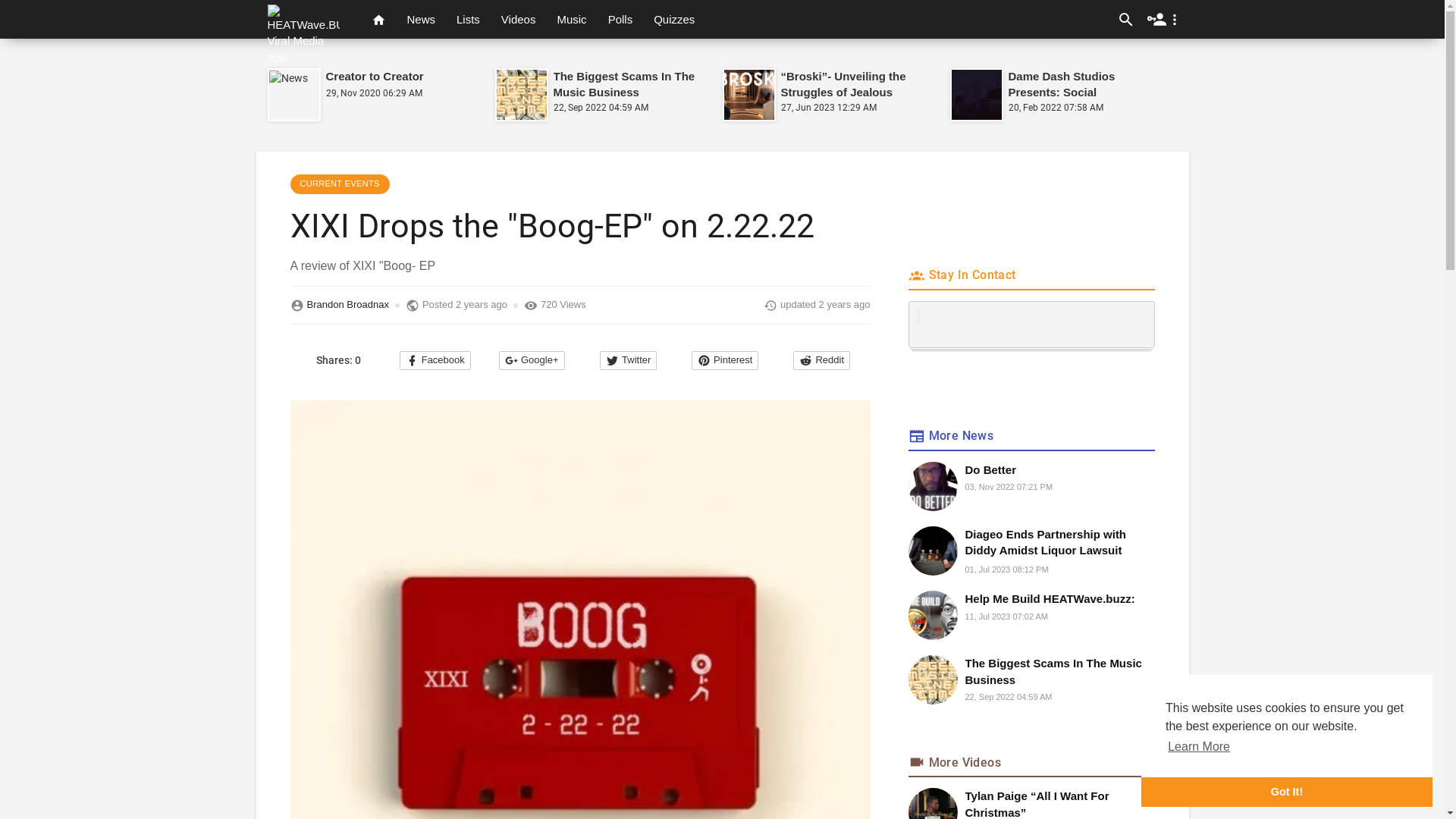  I want to click on 'Videos', so click(519, 19).